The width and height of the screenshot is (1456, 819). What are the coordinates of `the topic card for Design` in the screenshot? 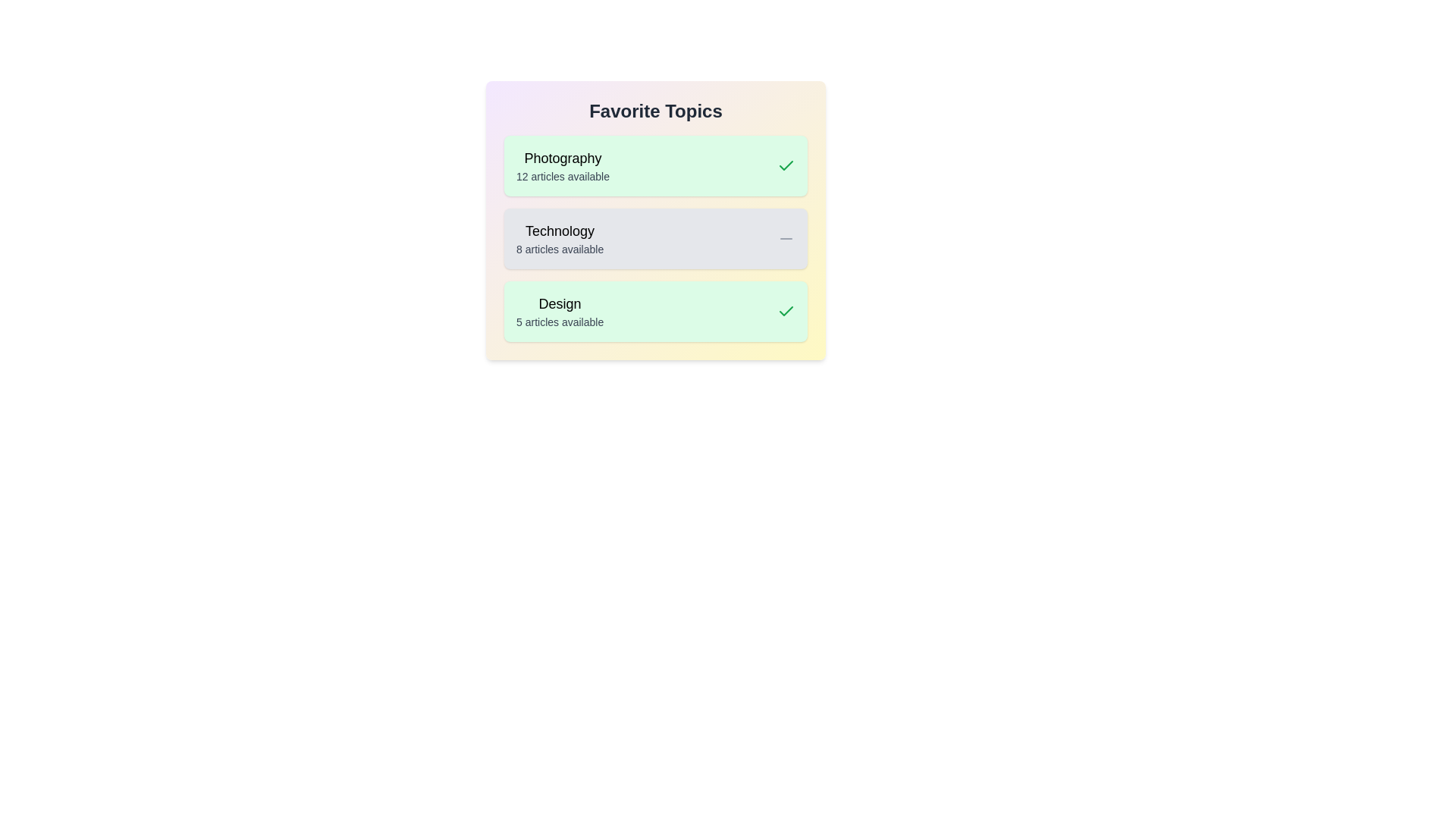 It's located at (655, 311).